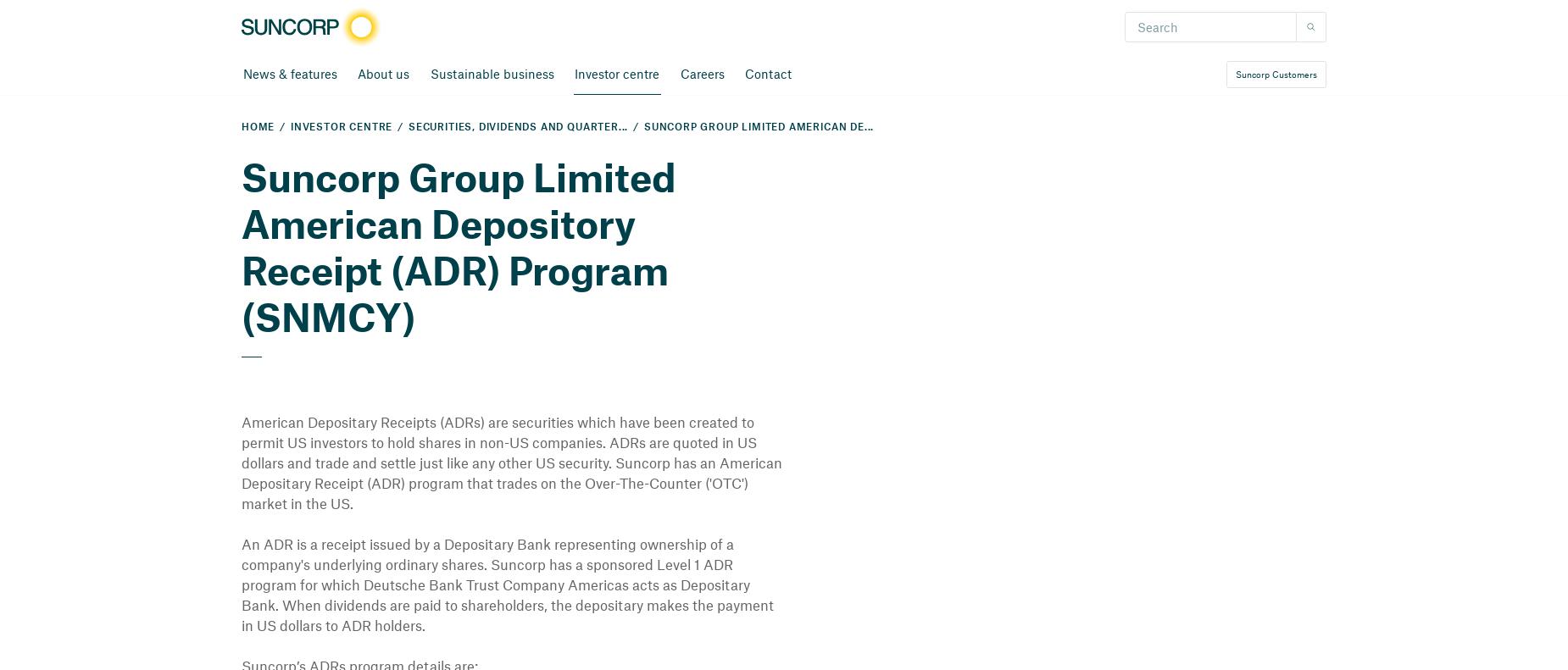  I want to click on 'American Depositary Receipts (ADRs) are securities which have been created to permit US investors to hold shares in non-US companies. ADRs are quoted in US dollars and trade and settle just like any other US security. Suncorp has an American Depositary Receipt (ADR) program that trades on the Over-The-Counter ('OTC') market in the US.', so click(512, 462).